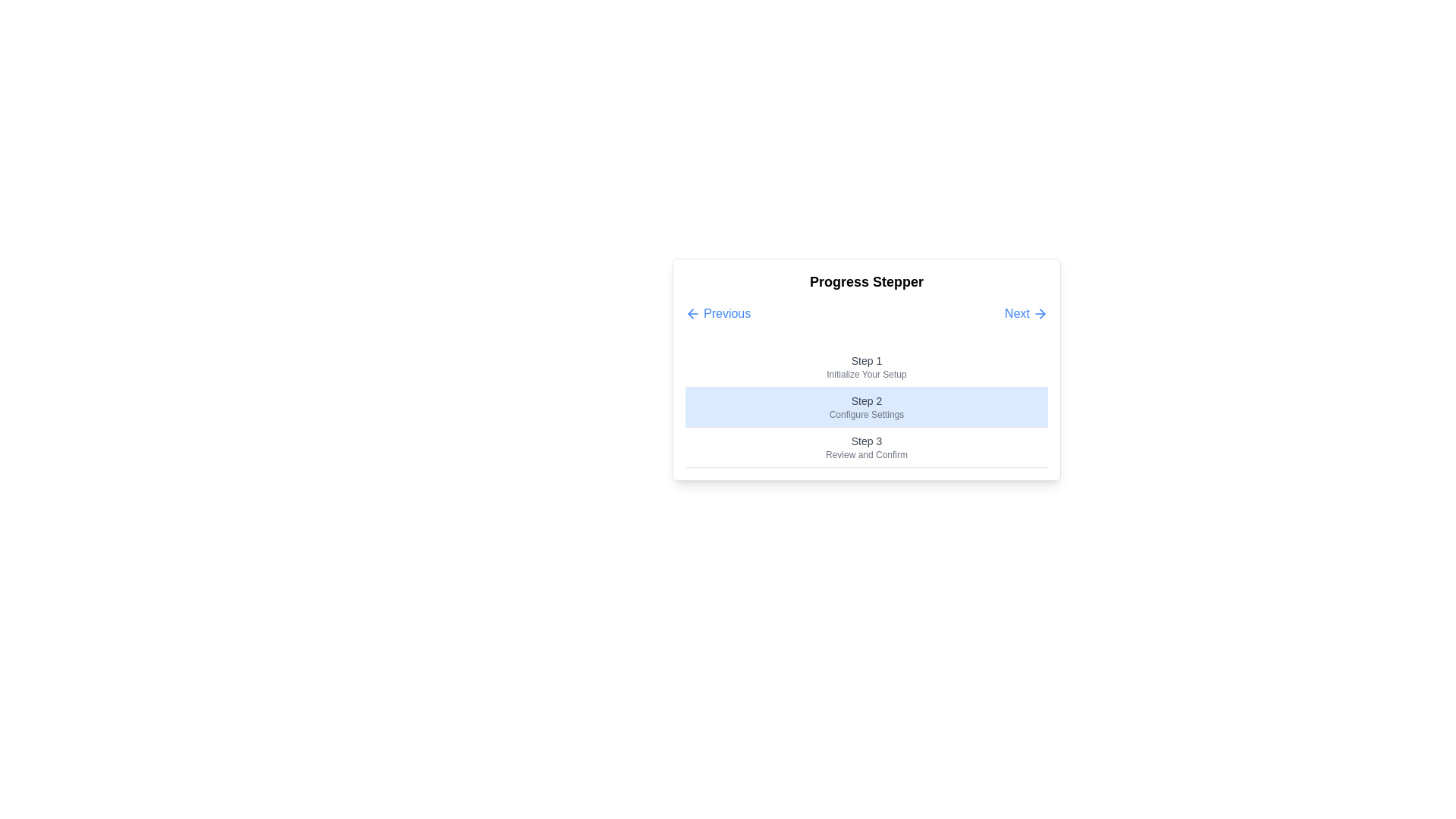  What do you see at coordinates (717, 312) in the screenshot?
I see `the 'Previous' button, which features a leftward arrow icon and is positioned to the left of a 'Next' button` at bounding box center [717, 312].